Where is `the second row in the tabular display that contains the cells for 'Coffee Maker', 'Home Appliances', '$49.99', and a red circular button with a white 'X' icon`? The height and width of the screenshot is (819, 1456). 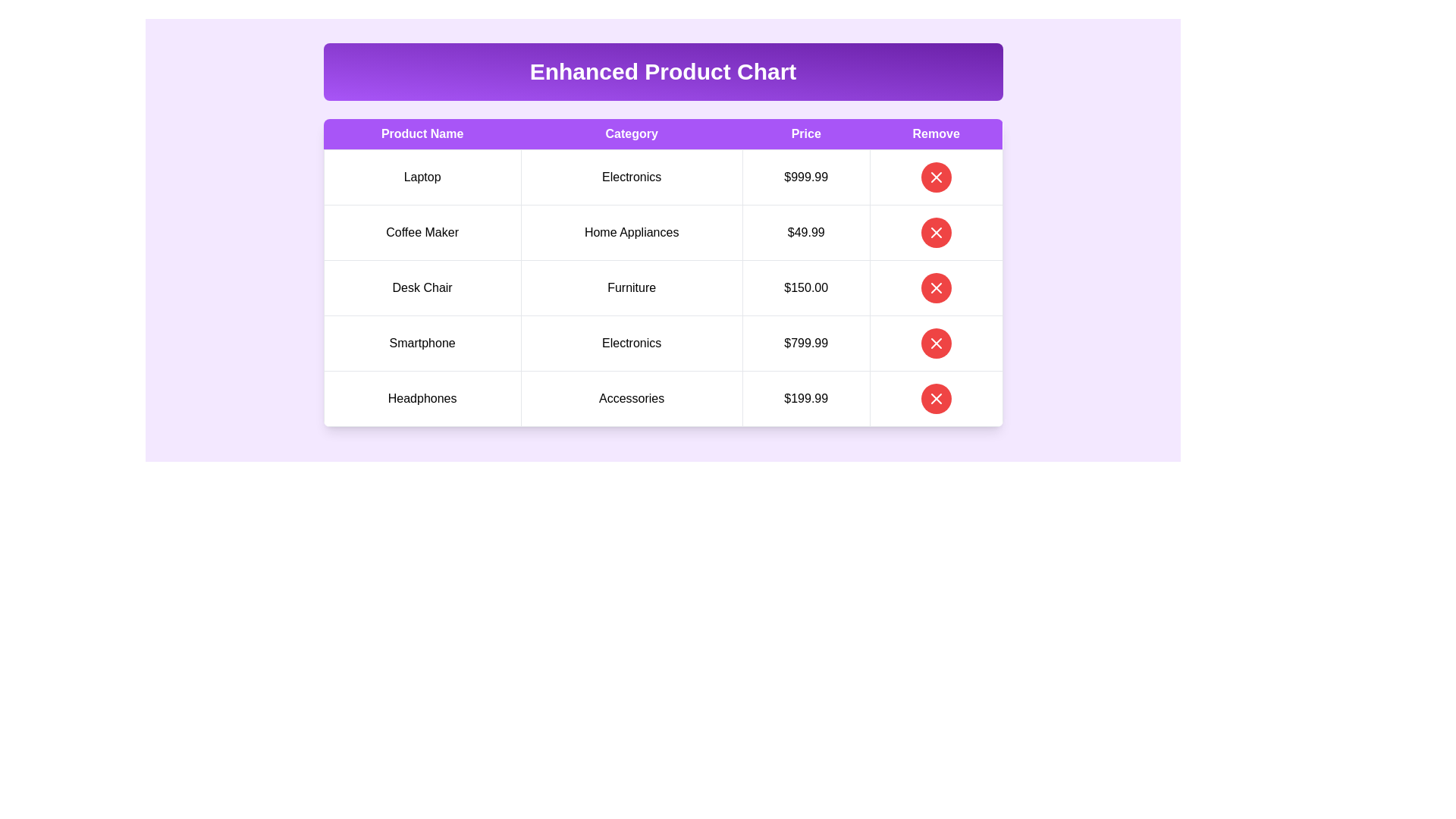
the second row in the tabular display that contains the cells for 'Coffee Maker', 'Home Appliances', '$49.99', and a red circular button with a white 'X' icon is located at coordinates (663, 233).